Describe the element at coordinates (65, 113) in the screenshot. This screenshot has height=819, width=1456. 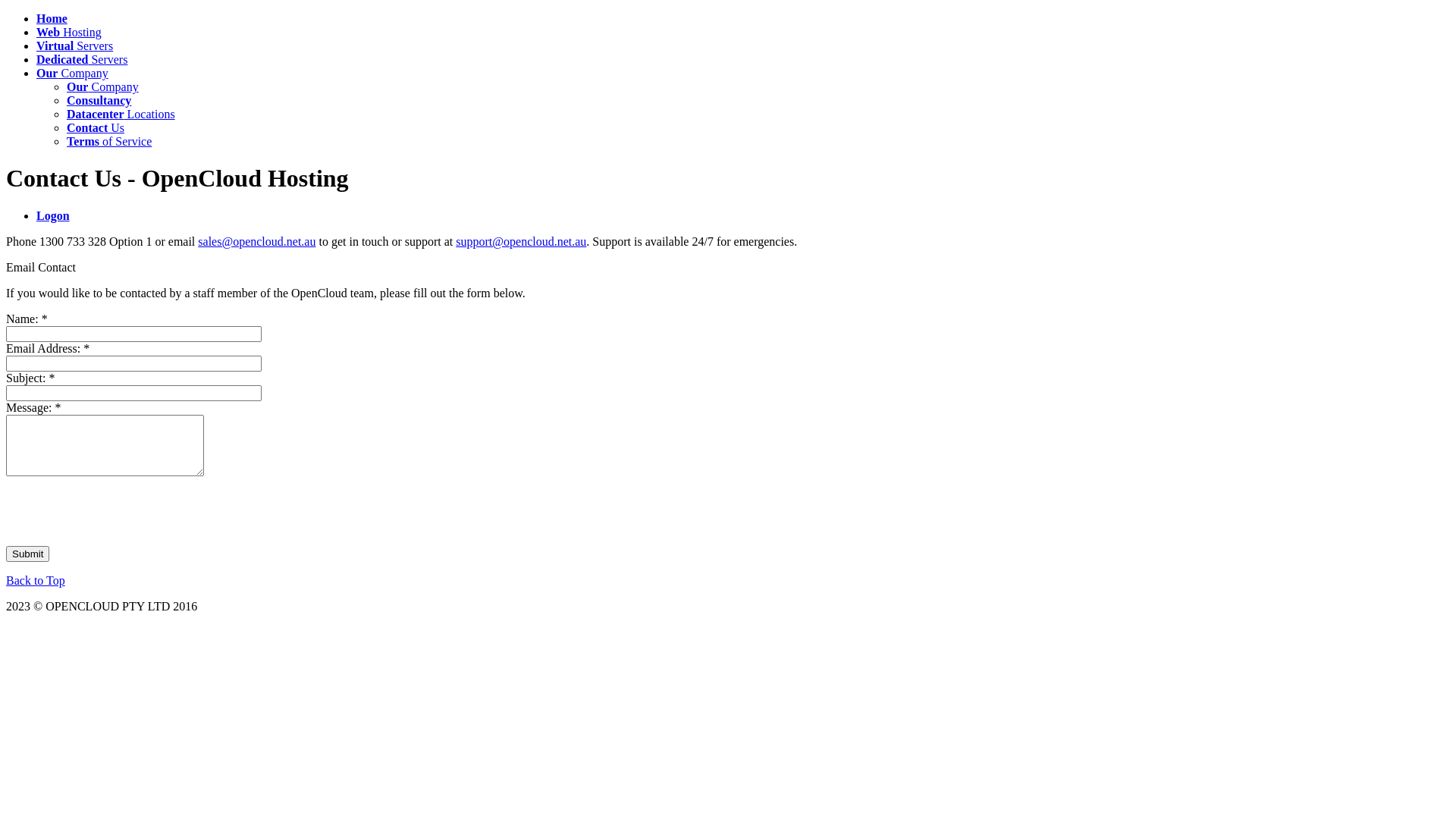
I see `'Datacenter Locations'` at that location.